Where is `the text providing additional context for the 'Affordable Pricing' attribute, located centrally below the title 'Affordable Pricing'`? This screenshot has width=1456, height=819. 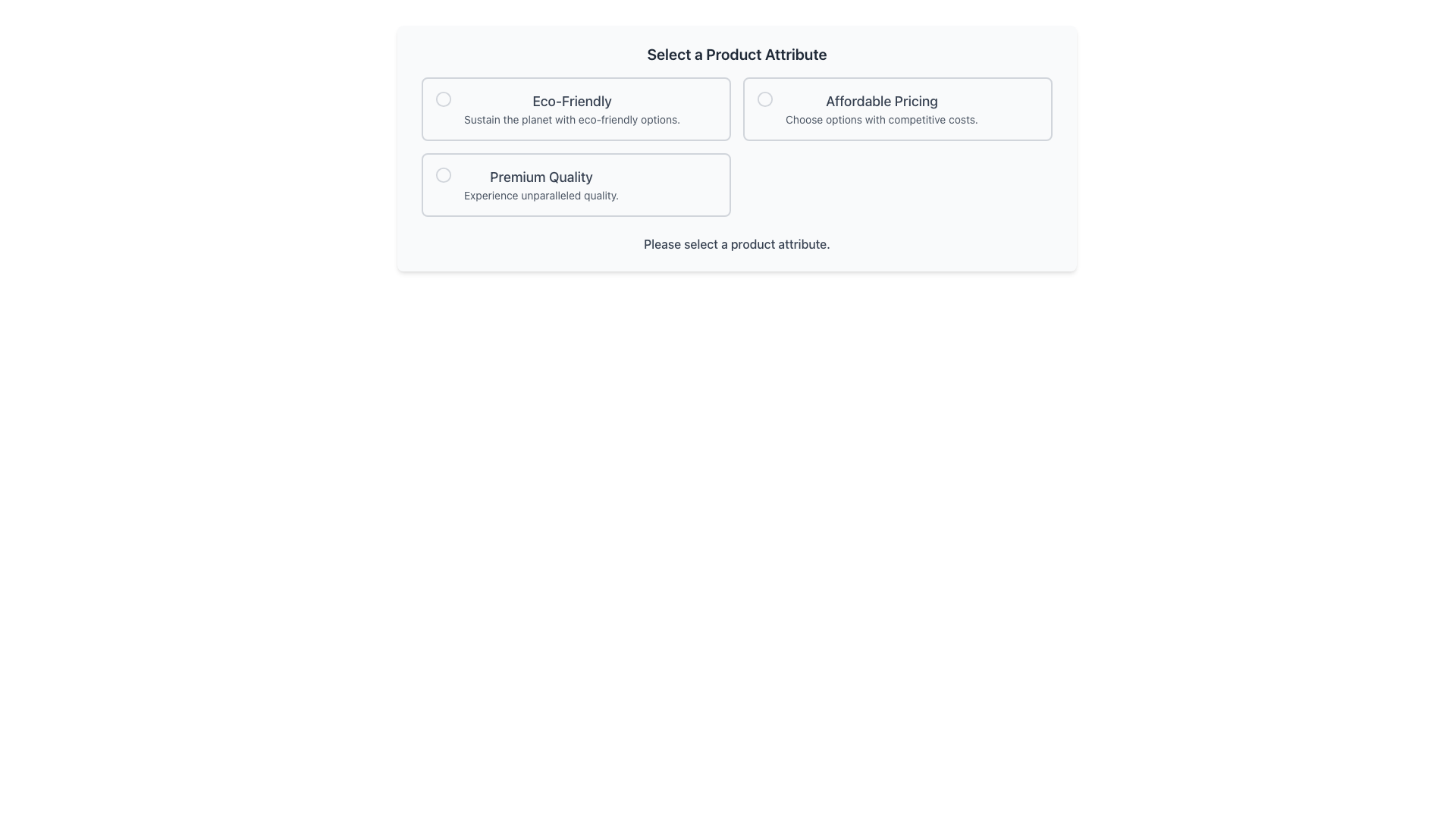 the text providing additional context for the 'Affordable Pricing' attribute, located centrally below the title 'Affordable Pricing' is located at coordinates (881, 119).